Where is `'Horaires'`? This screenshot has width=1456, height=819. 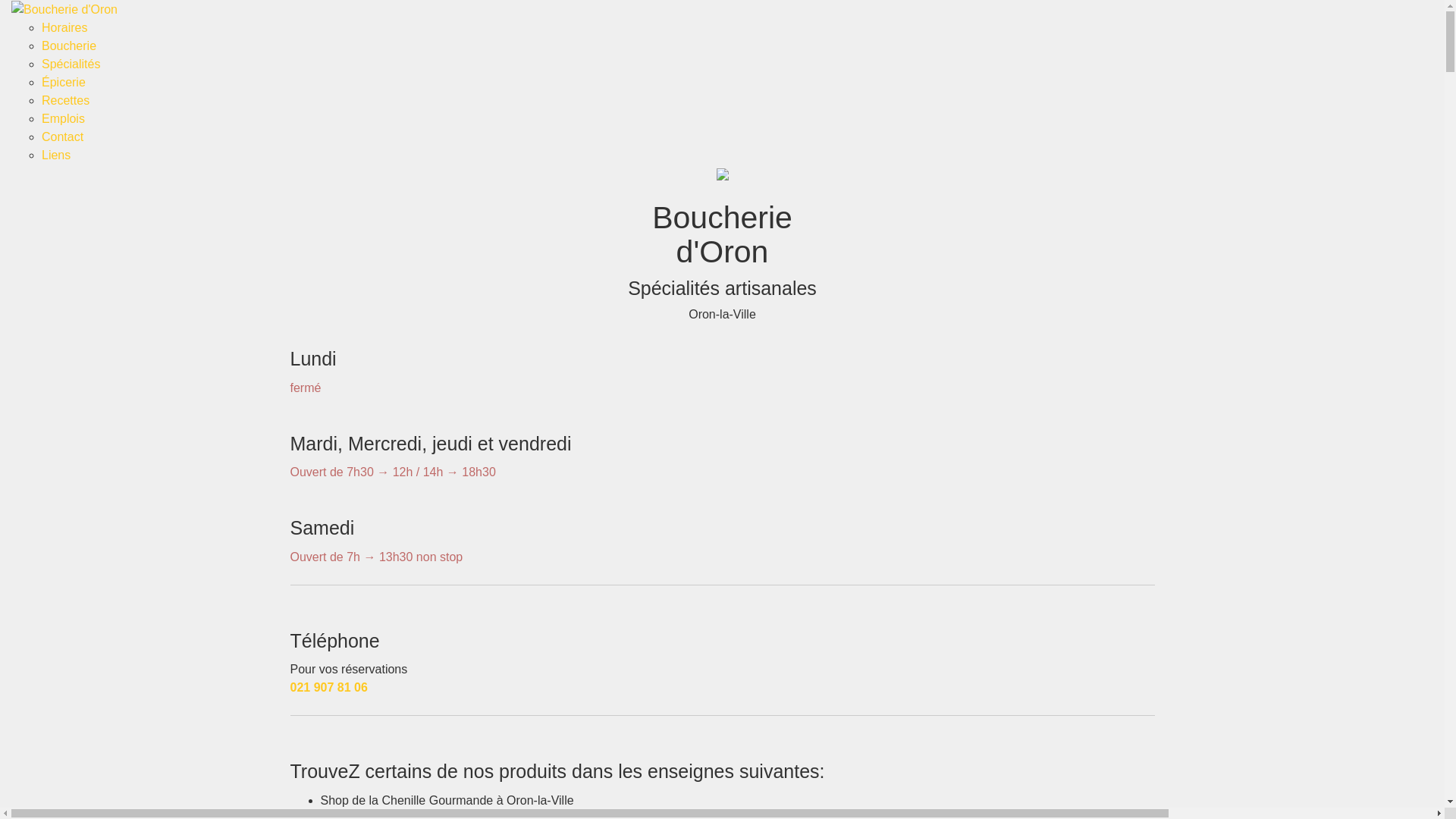
'Horaires' is located at coordinates (64, 27).